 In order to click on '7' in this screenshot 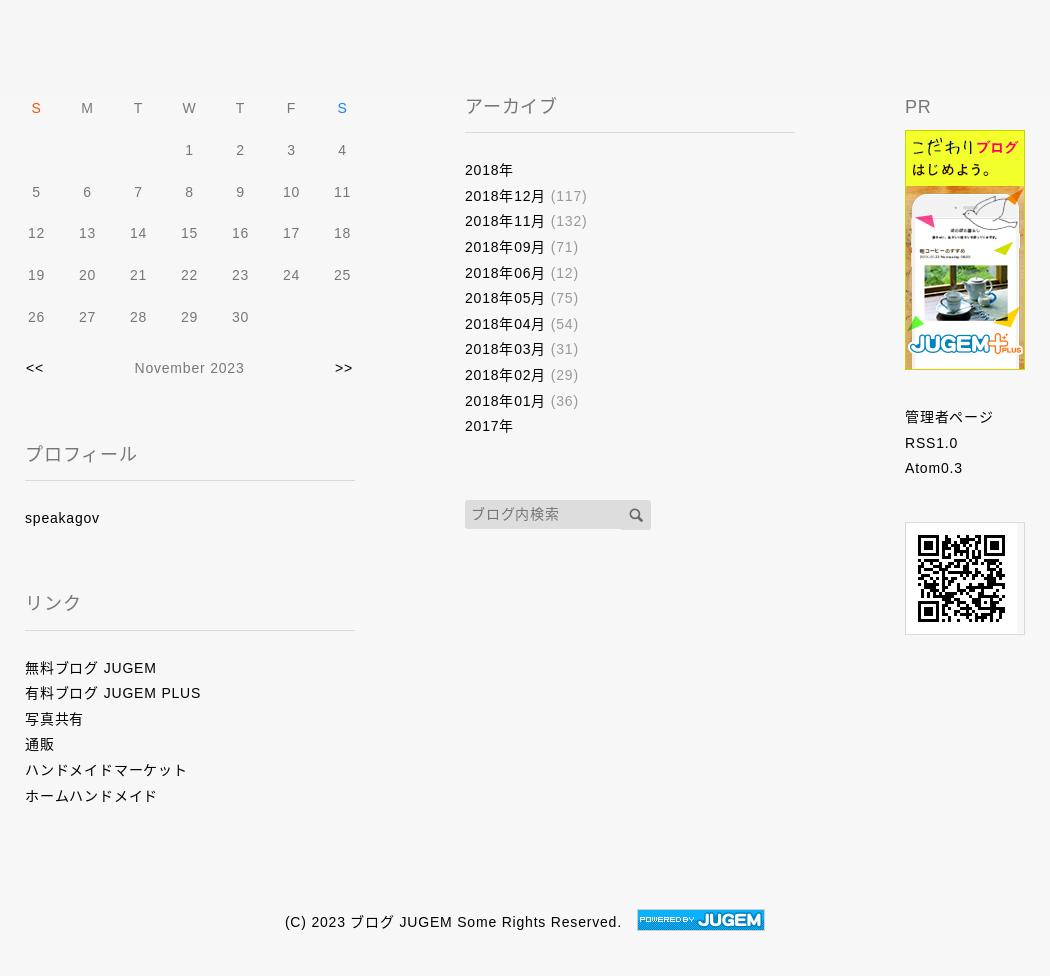, I will do `click(136, 190)`.